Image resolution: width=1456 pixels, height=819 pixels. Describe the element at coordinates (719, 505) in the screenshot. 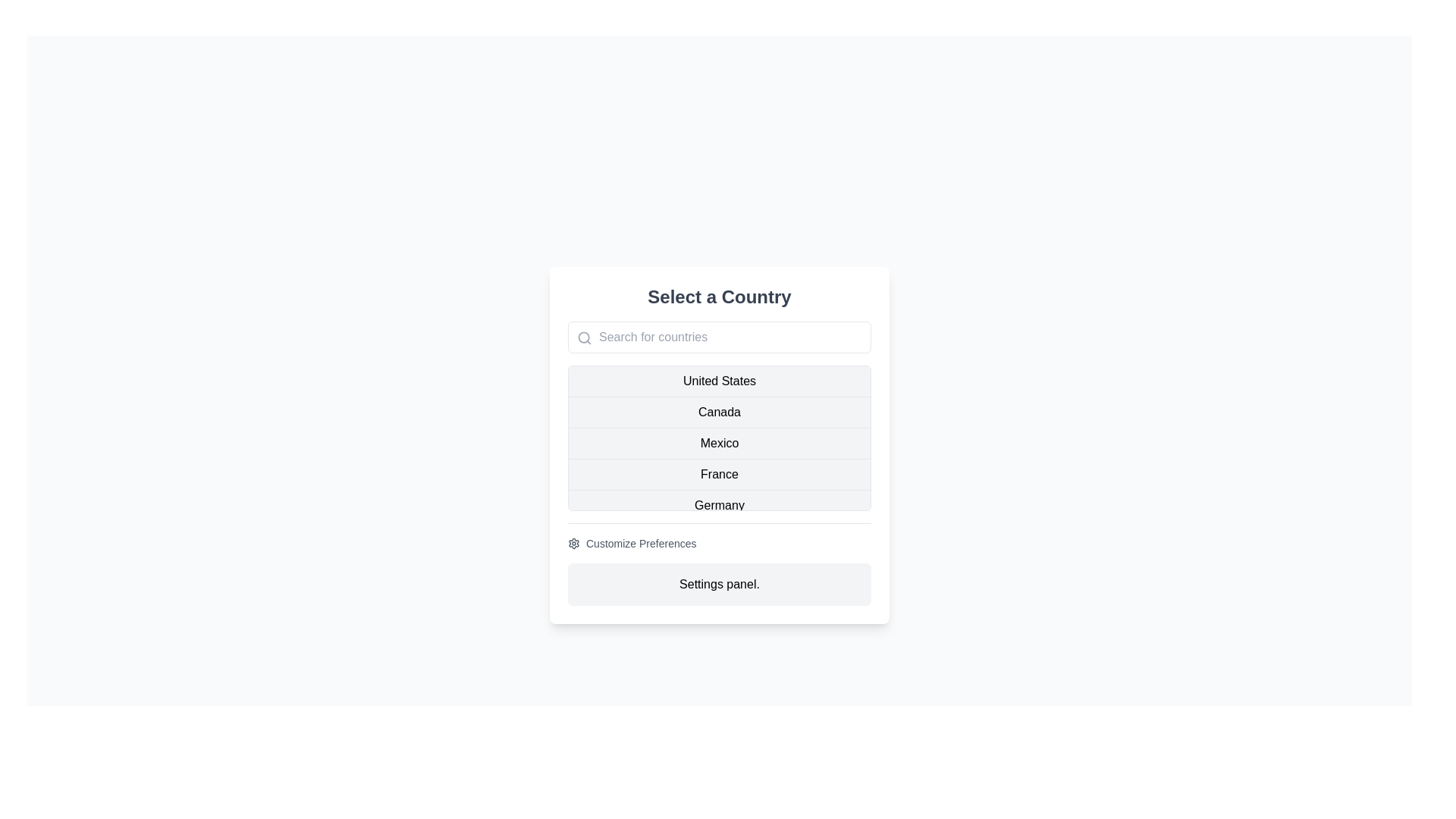

I see `the 'Germany' option in the dropdown menu, which is the fifth item below 'France' and above 'India', characterized by a light gray background and centered text` at that location.